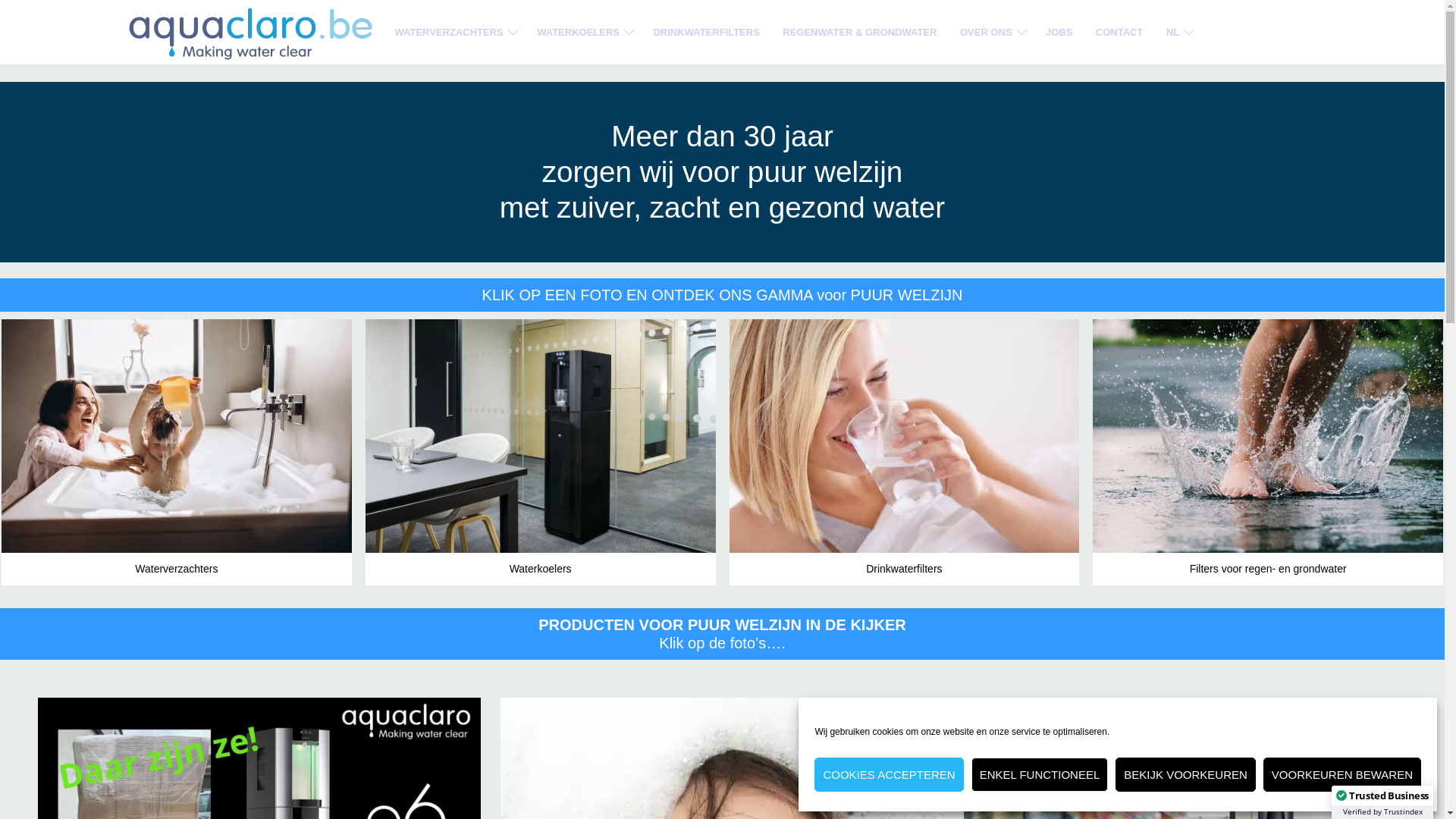 This screenshot has height=819, width=1456. What do you see at coordinates (177, 451) in the screenshot?
I see `'Waterverzachters'` at bounding box center [177, 451].